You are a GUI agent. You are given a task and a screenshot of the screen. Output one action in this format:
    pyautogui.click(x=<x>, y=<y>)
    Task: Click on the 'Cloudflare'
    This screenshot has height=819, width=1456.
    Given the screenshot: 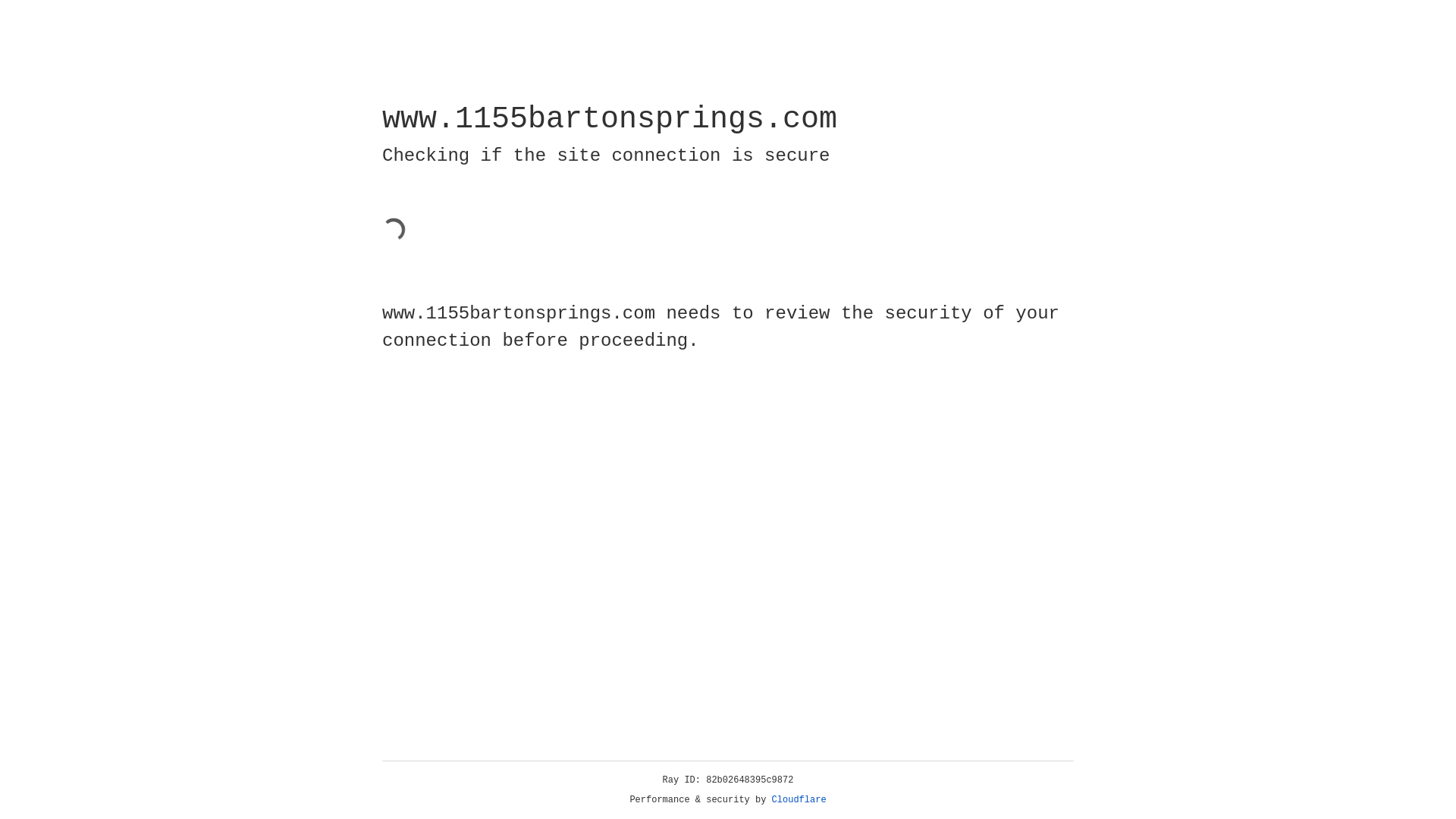 What is the action you would take?
    pyautogui.click(x=799, y=799)
    